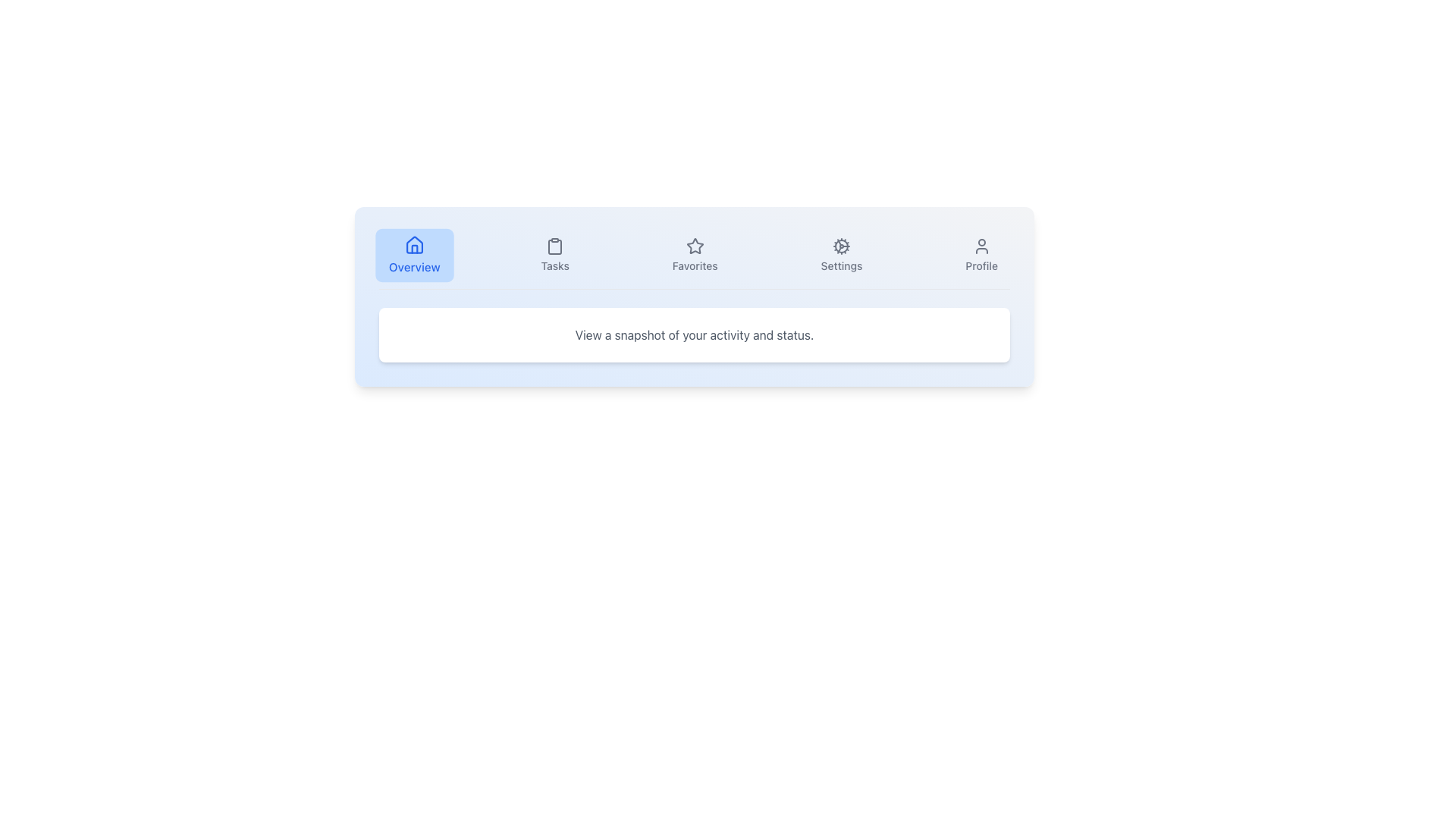  What do you see at coordinates (554, 254) in the screenshot?
I see `the second button in the horizontal navigation bar, located to the immediate right of the 'Overview' button` at bounding box center [554, 254].